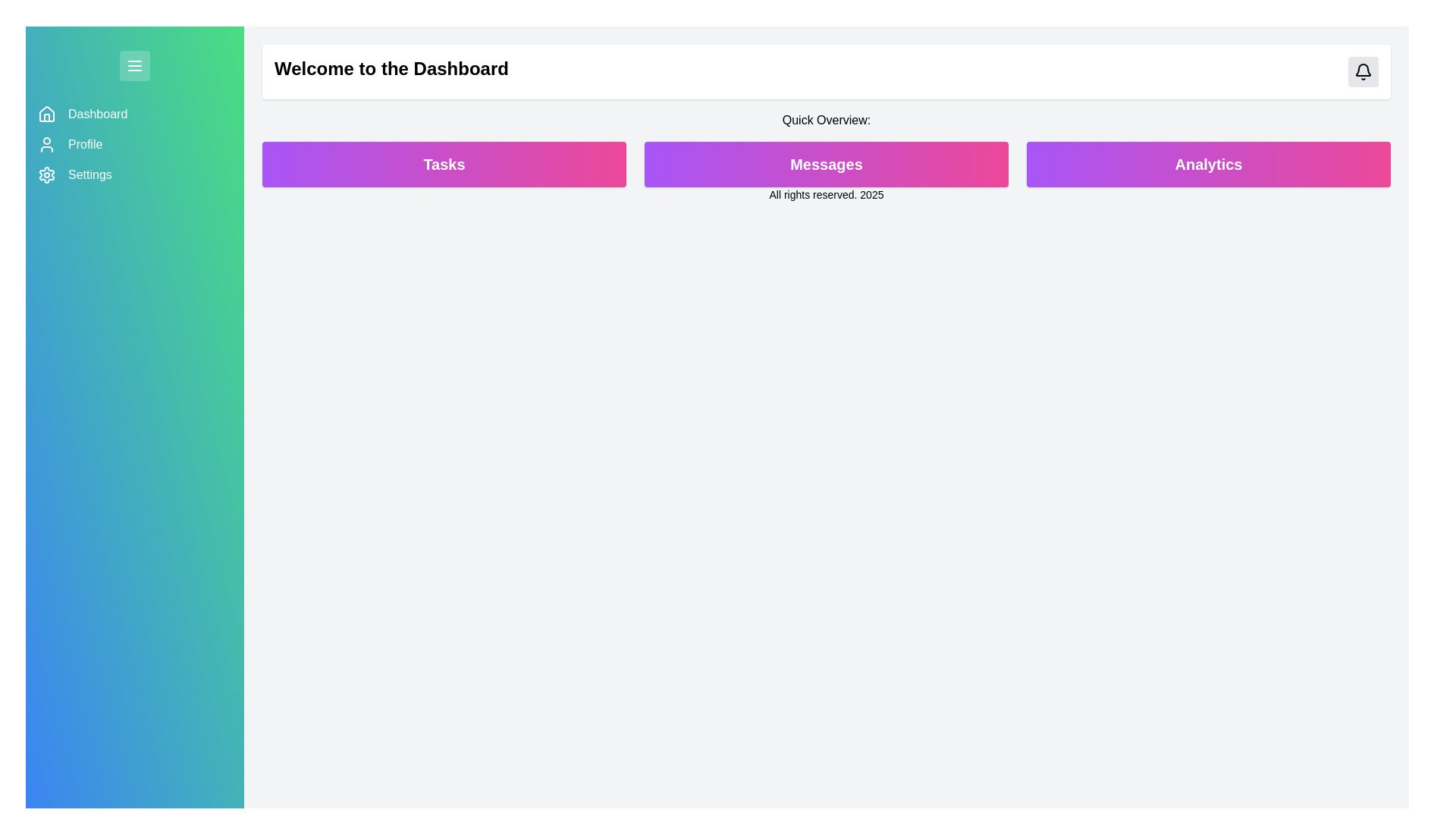  Describe the element at coordinates (134, 145) in the screenshot. I see `the 'Profile' menu item in the Sidebar` at that location.